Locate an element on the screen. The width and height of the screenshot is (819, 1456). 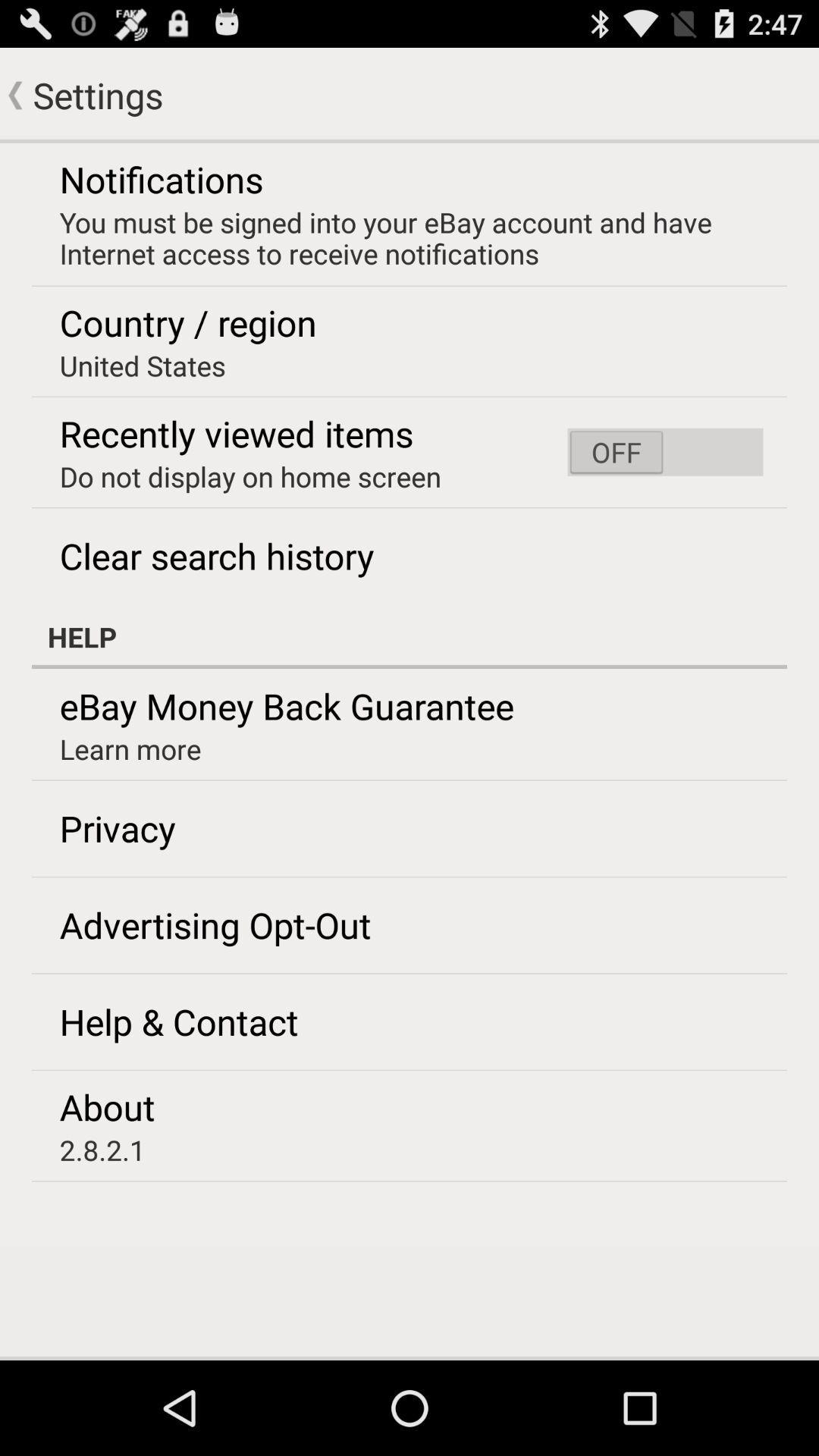
app below do not display app is located at coordinates (217, 555).